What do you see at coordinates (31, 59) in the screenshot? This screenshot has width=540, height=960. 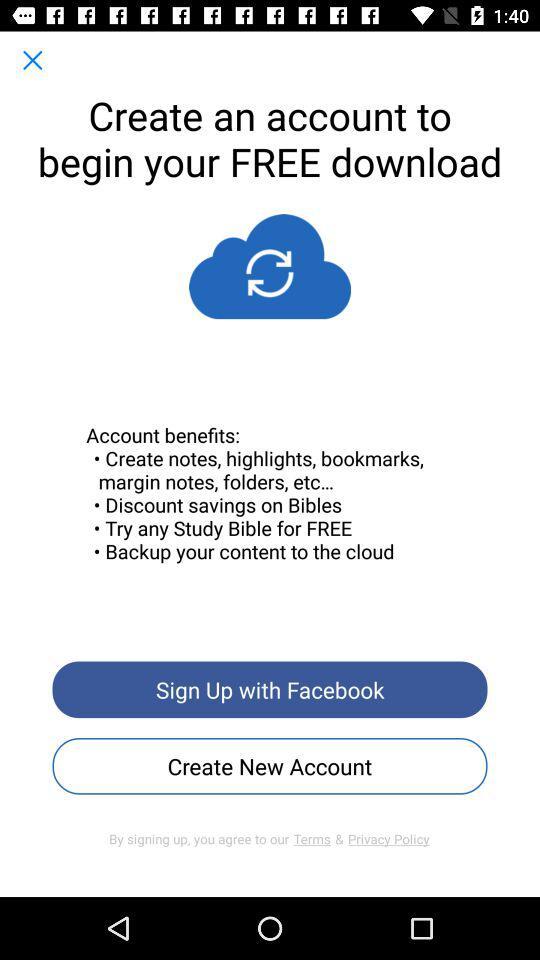 I see `the close icon` at bounding box center [31, 59].